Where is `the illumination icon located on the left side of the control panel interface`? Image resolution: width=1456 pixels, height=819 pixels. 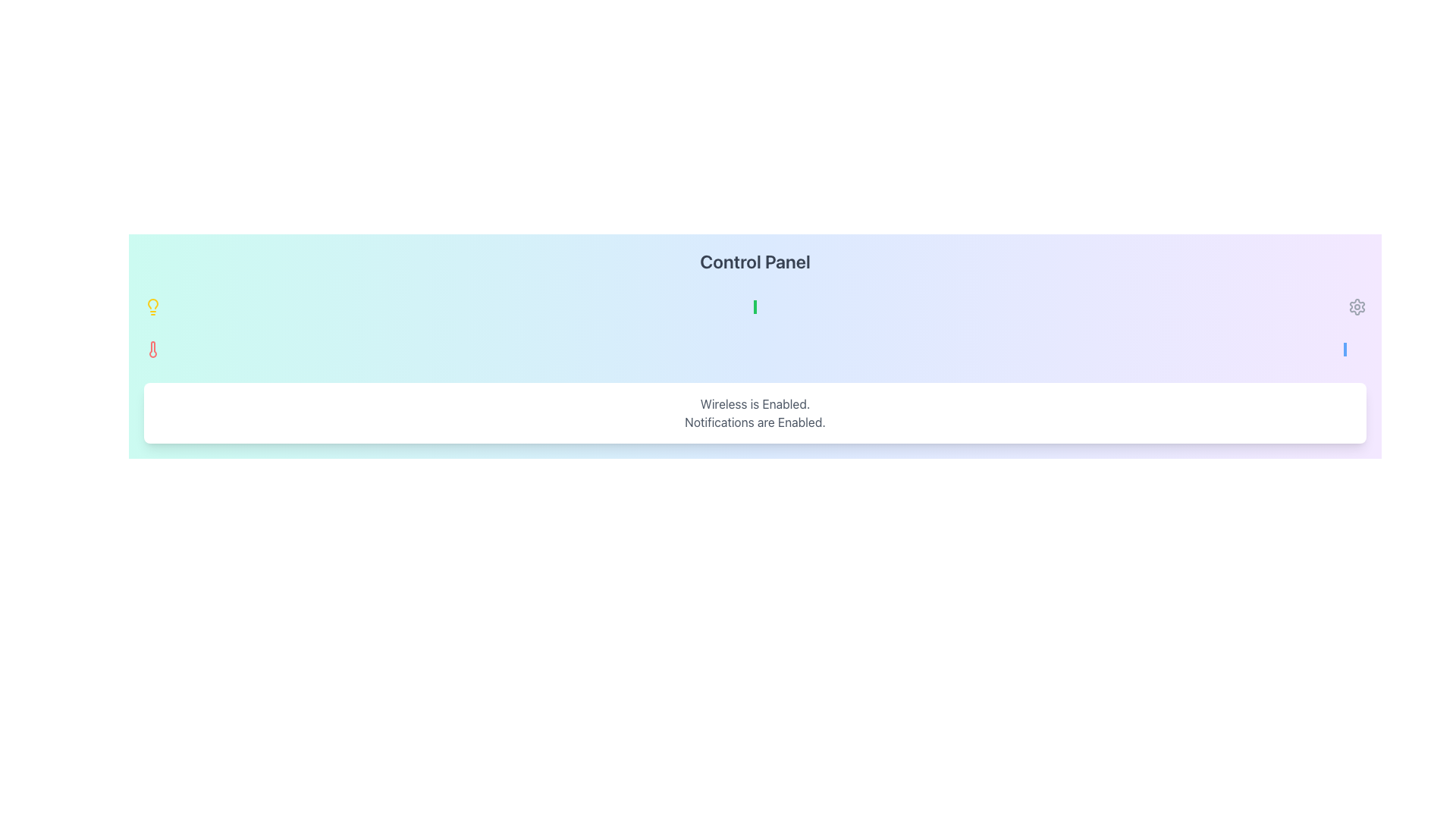
the illumination icon located on the left side of the control panel interface is located at coordinates (152, 307).